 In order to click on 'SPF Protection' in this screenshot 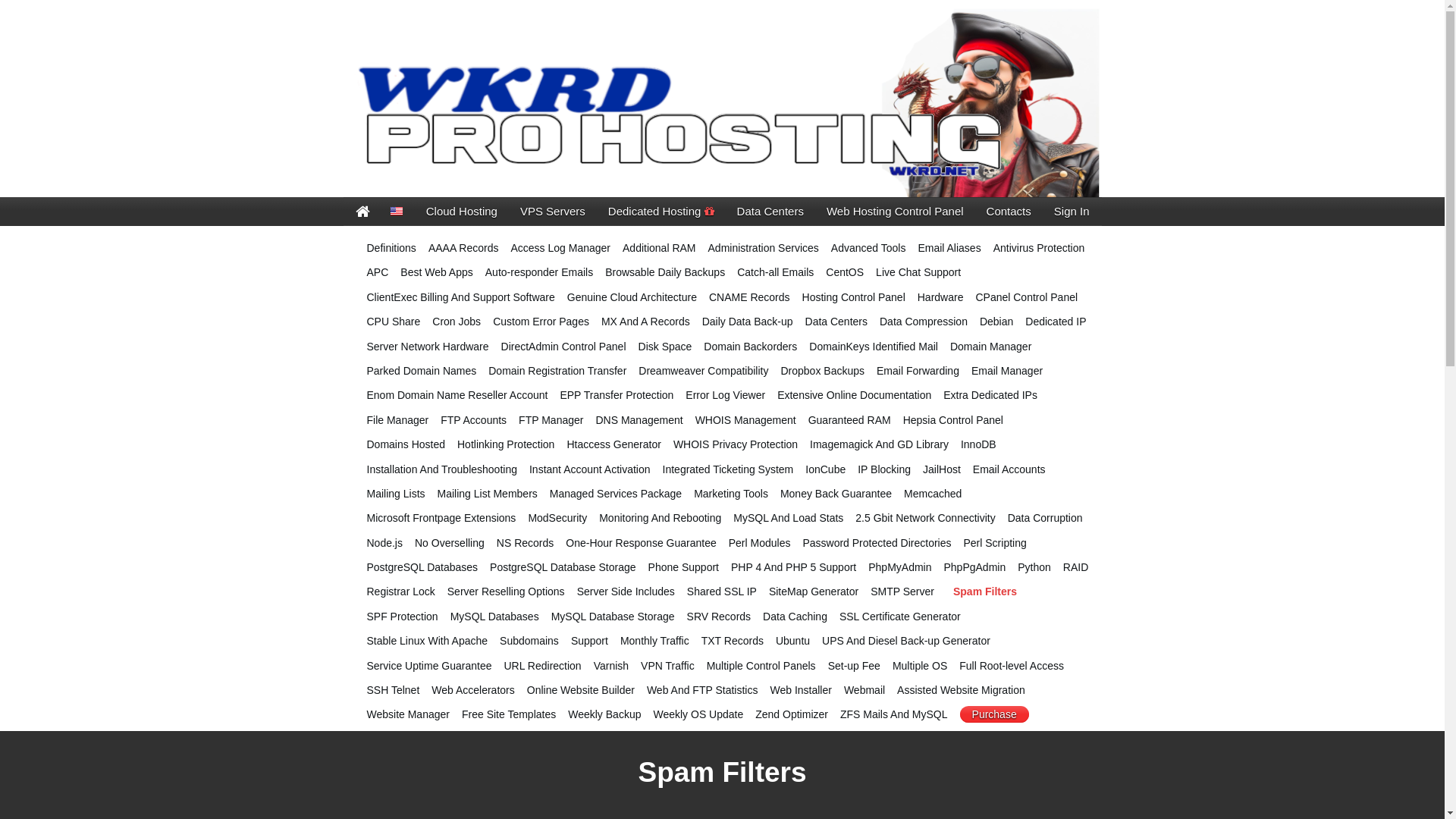, I will do `click(403, 617)`.